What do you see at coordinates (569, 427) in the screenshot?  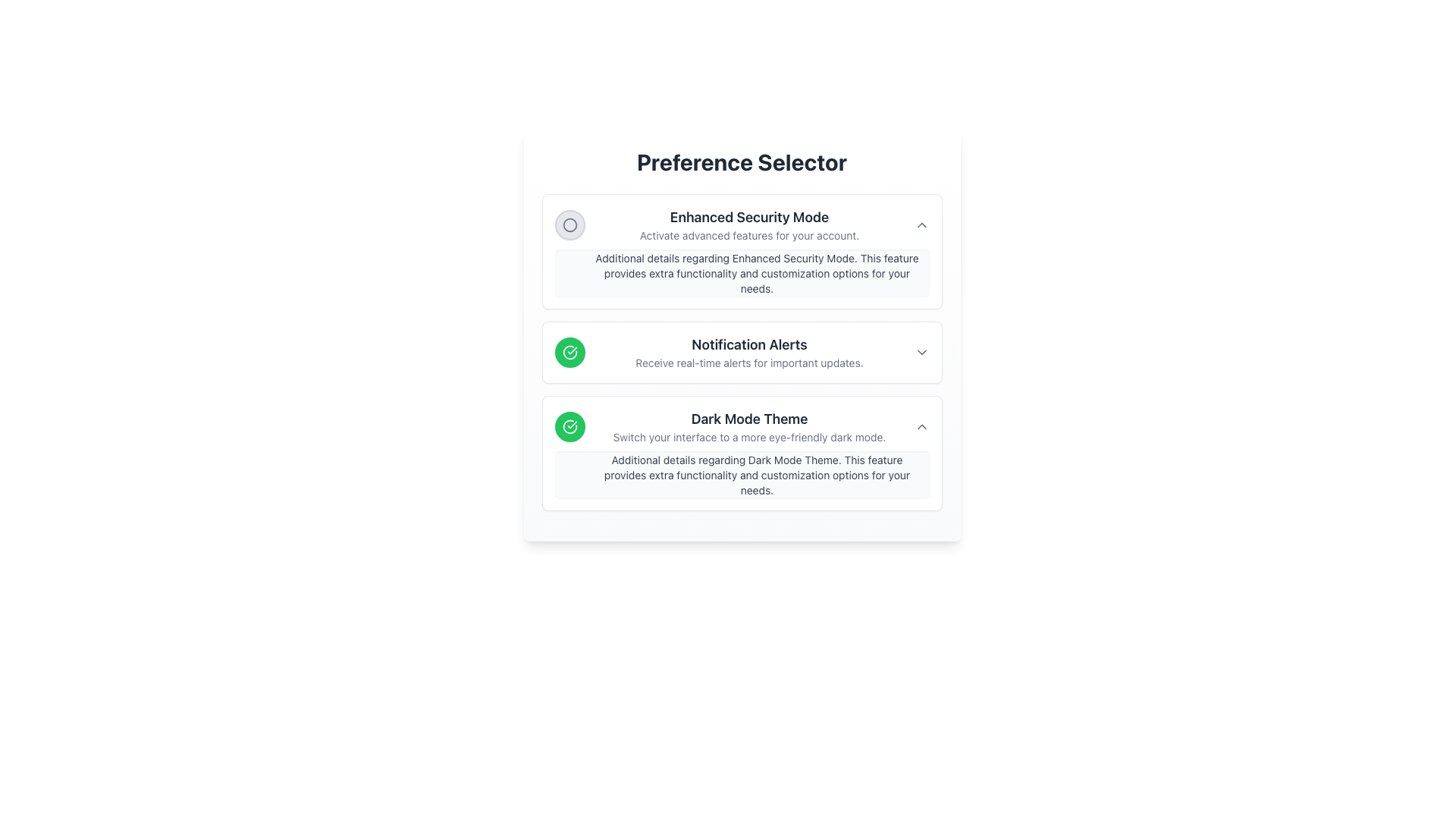 I see `circular green icon with a white check mark located on the left side of the 'Dark Mode Theme' card in the third row of the preference selector` at bounding box center [569, 427].